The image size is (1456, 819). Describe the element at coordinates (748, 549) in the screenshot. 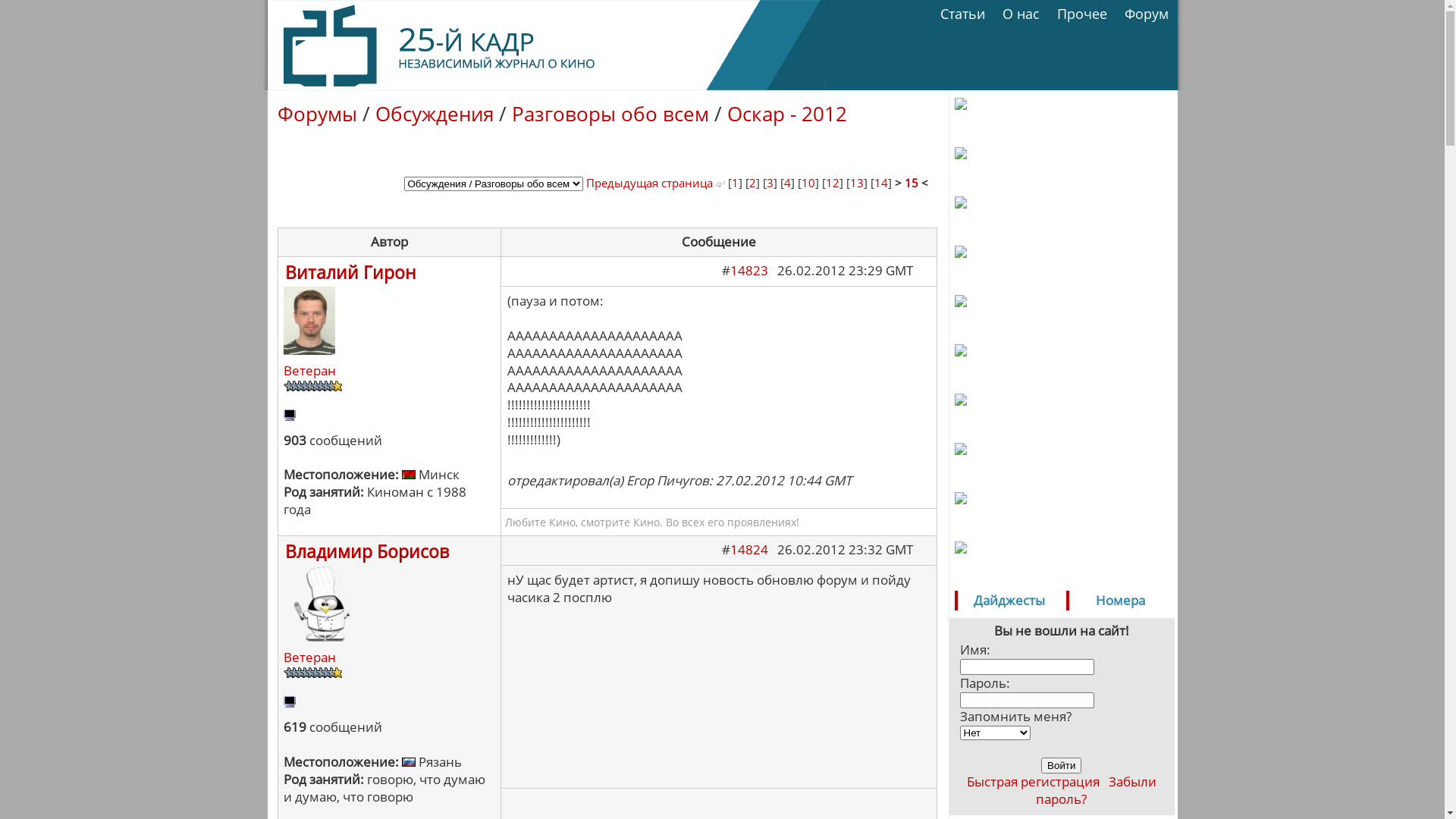

I see `'14824'` at that location.